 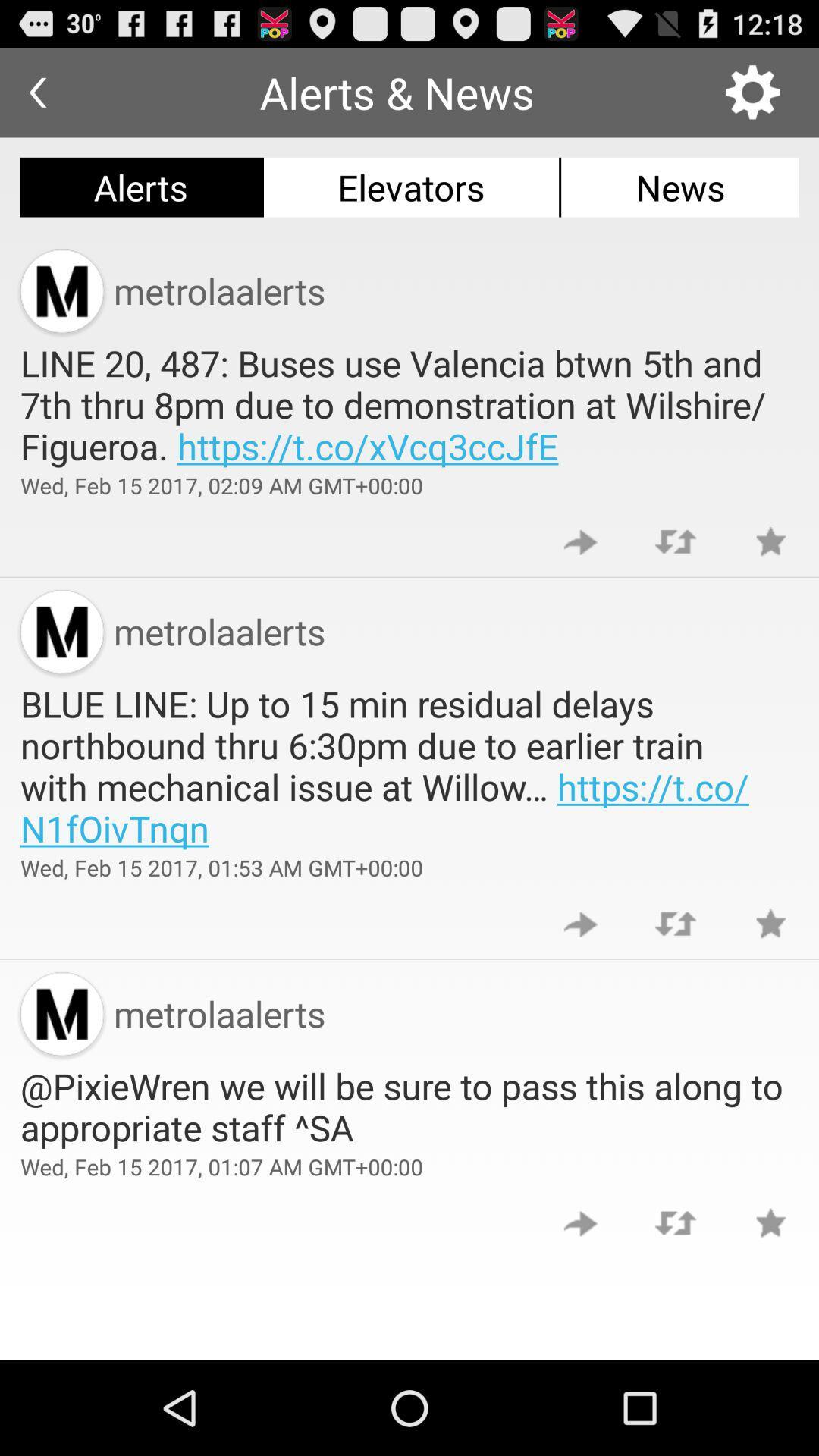 What do you see at coordinates (752, 92) in the screenshot?
I see `the item next to the alerts & news app` at bounding box center [752, 92].